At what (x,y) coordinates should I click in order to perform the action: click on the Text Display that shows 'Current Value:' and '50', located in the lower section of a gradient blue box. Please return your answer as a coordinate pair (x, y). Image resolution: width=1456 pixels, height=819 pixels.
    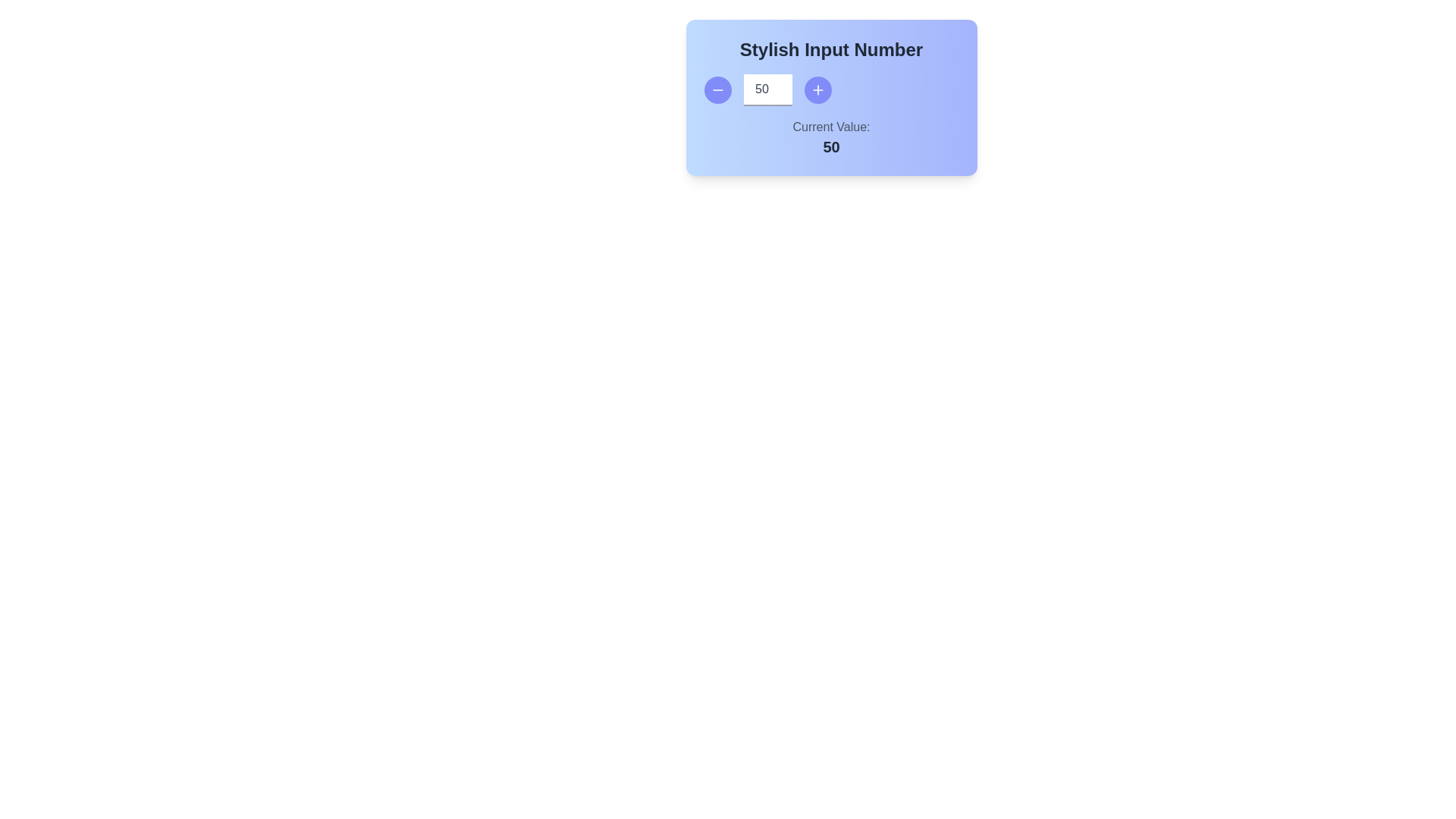
    Looking at the image, I should click on (830, 137).